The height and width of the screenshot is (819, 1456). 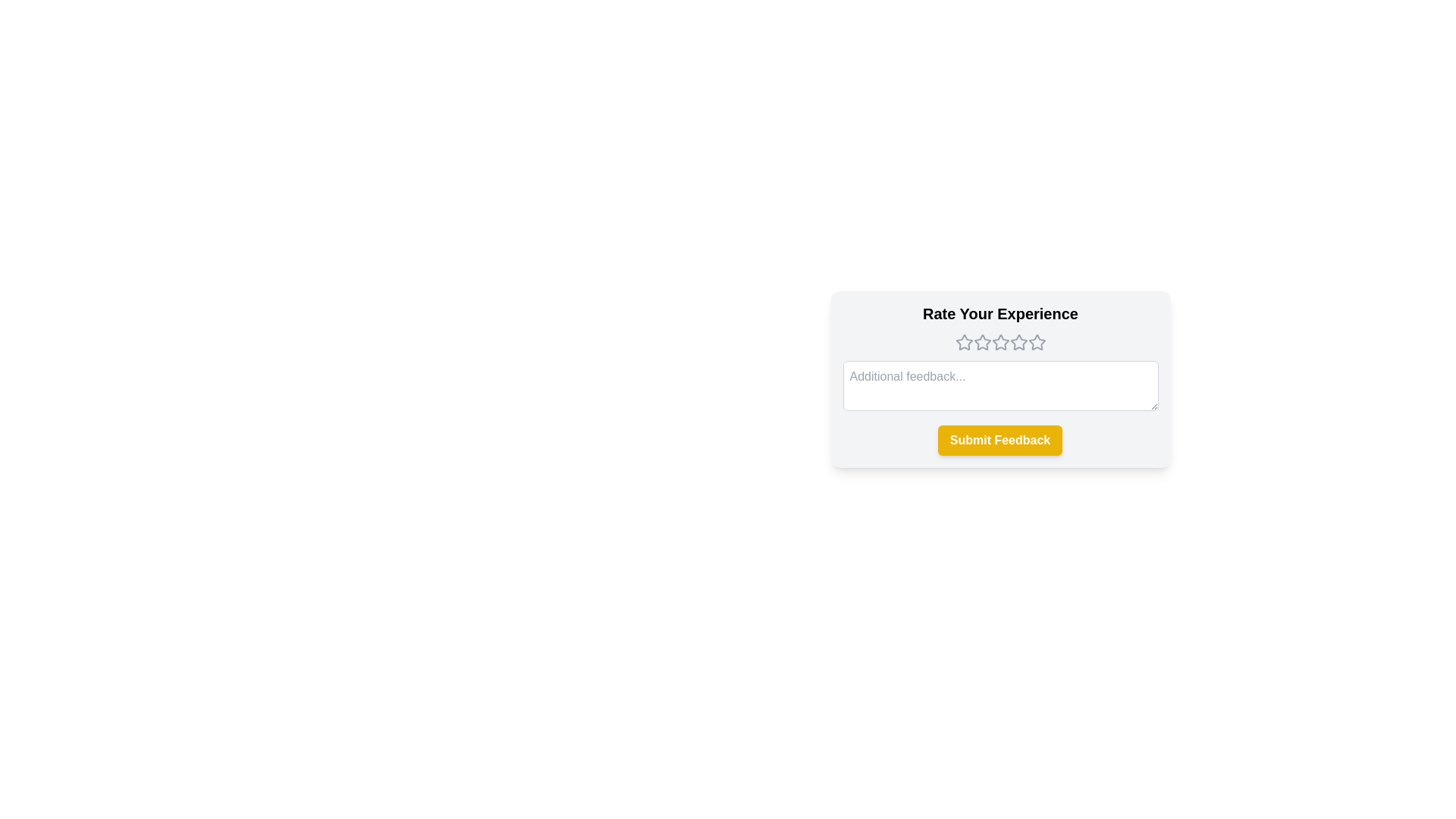 I want to click on the feedback submission button located at the bottom of the card-like structure with a light gray background, so click(x=1000, y=441).